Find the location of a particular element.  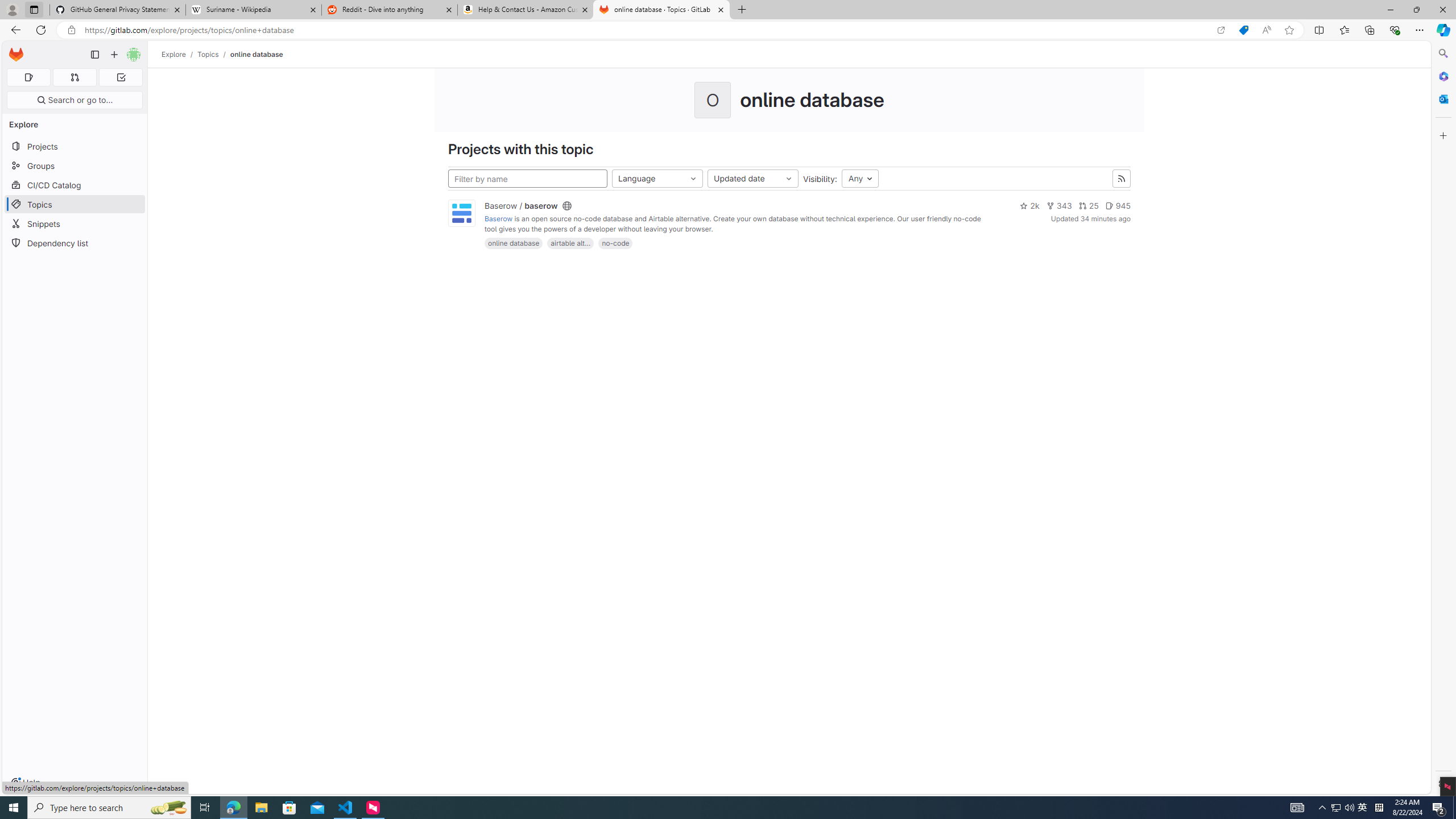

'Projects' is located at coordinates (74, 146).